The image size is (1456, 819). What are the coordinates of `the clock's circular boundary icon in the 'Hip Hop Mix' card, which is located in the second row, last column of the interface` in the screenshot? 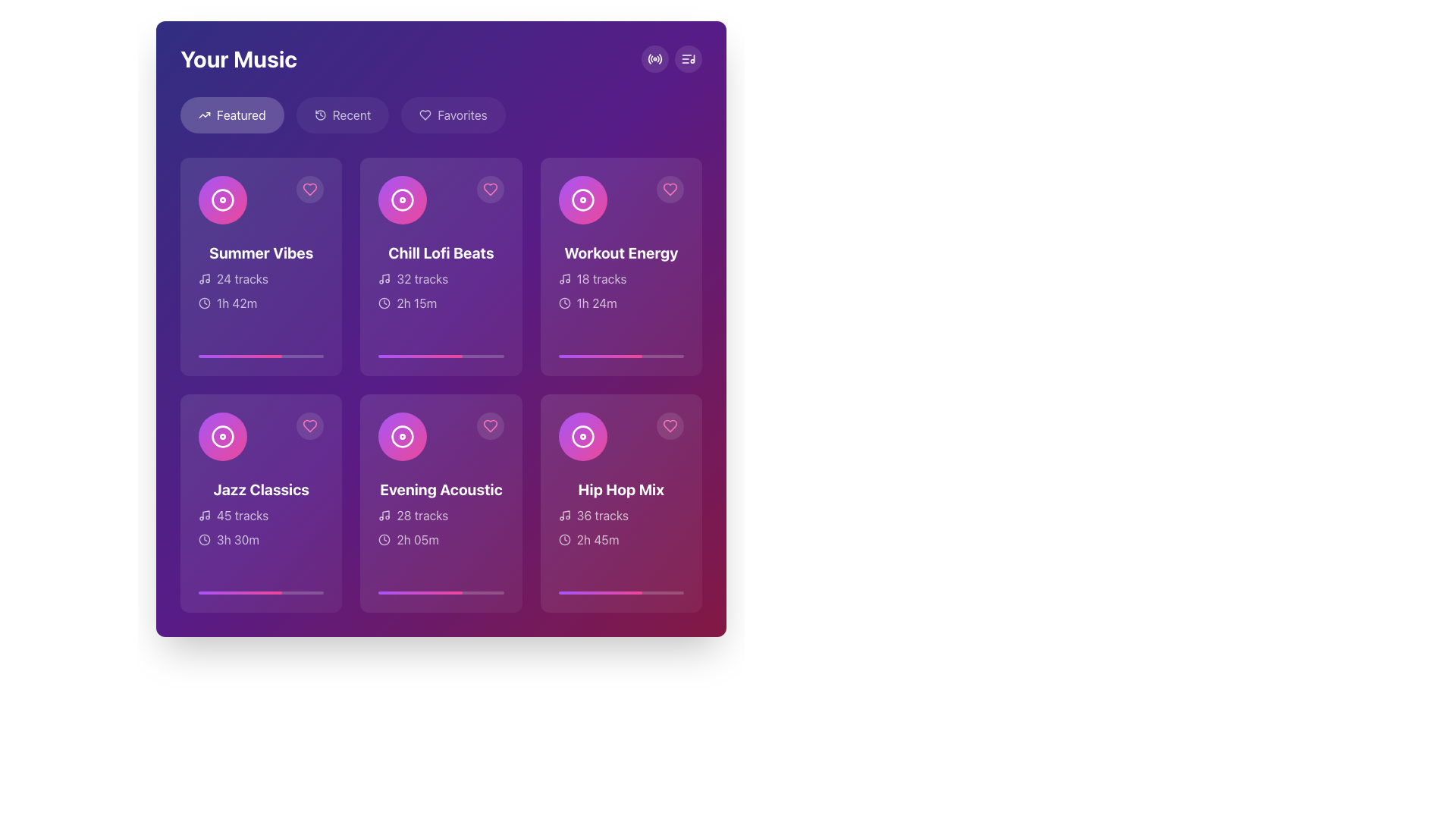 It's located at (563, 539).